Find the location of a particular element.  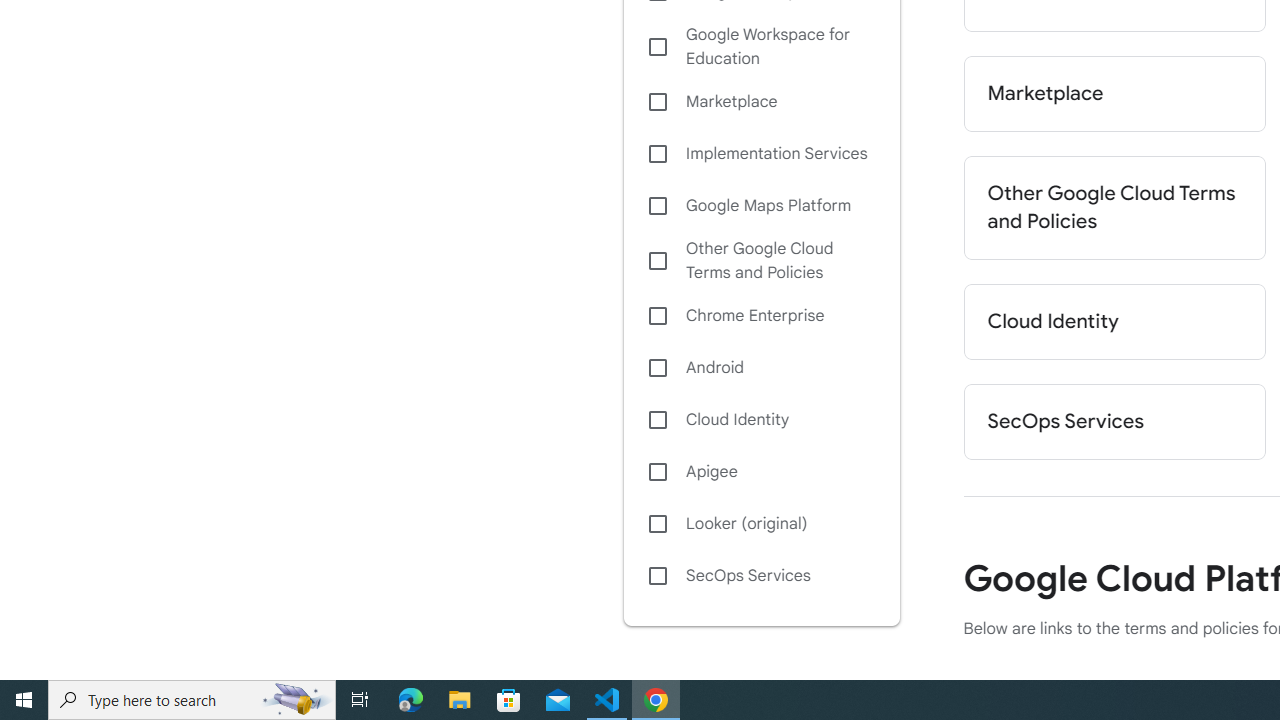

'Chrome Enterprise' is located at coordinates (760, 315).